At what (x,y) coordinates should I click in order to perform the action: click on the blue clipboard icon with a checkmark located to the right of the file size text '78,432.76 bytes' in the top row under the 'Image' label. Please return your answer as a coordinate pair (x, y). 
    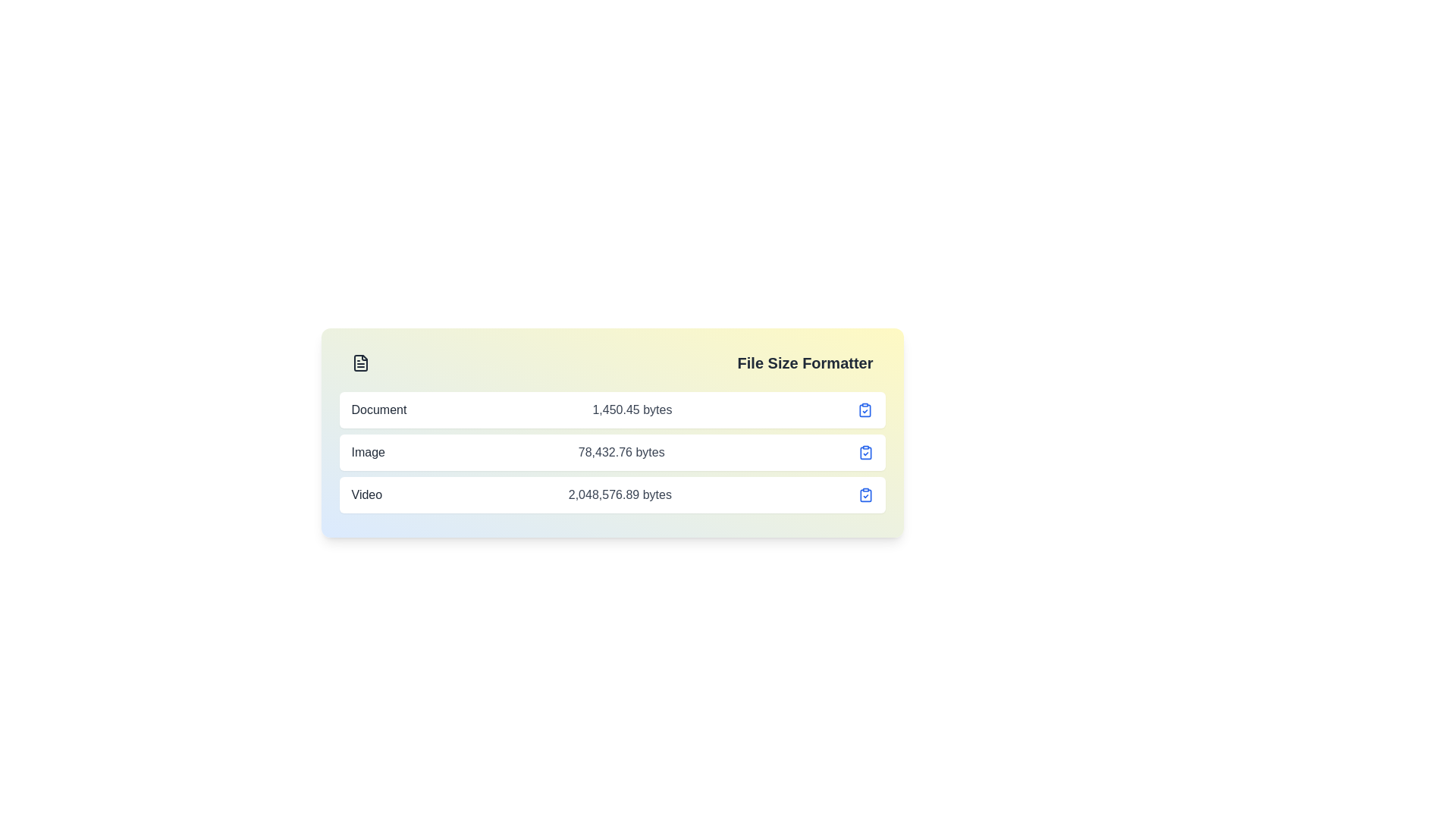
    Looking at the image, I should click on (865, 452).